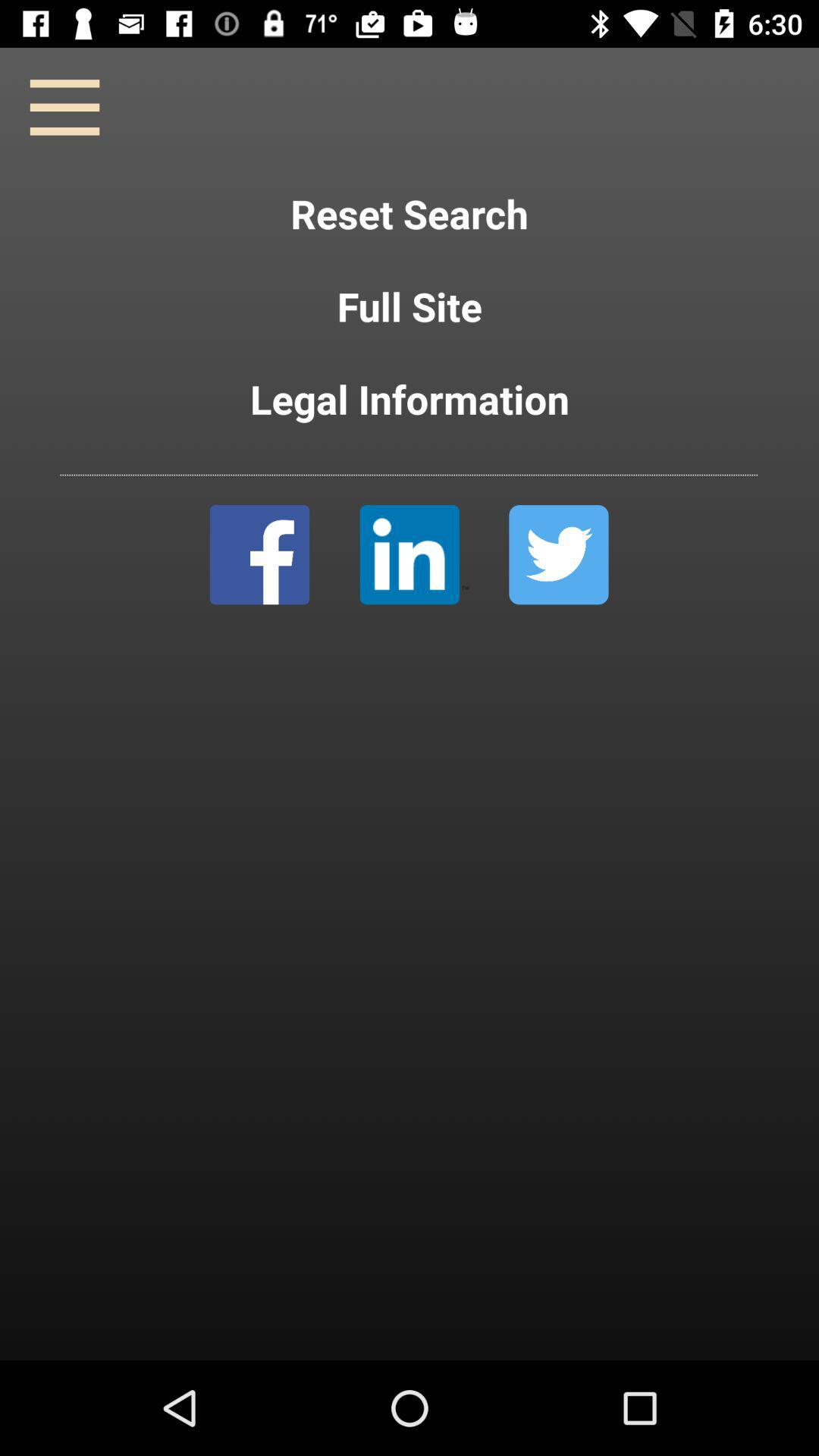  I want to click on twitter link button, so click(558, 554).